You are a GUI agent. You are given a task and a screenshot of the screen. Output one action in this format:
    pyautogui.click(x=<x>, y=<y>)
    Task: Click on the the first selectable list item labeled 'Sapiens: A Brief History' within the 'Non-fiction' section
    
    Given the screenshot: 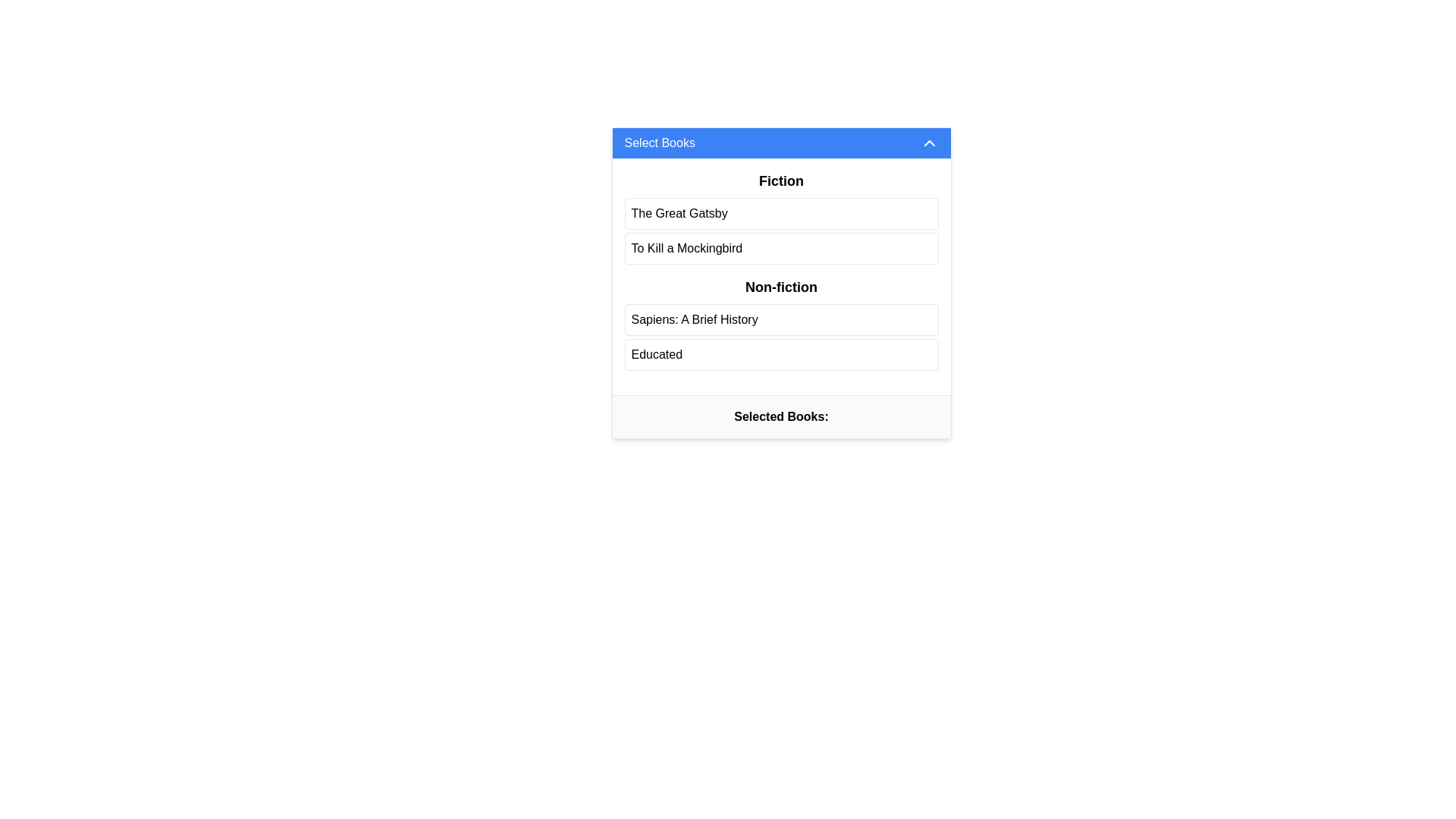 What is the action you would take?
    pyautogui.click(x=781, y=318)
    